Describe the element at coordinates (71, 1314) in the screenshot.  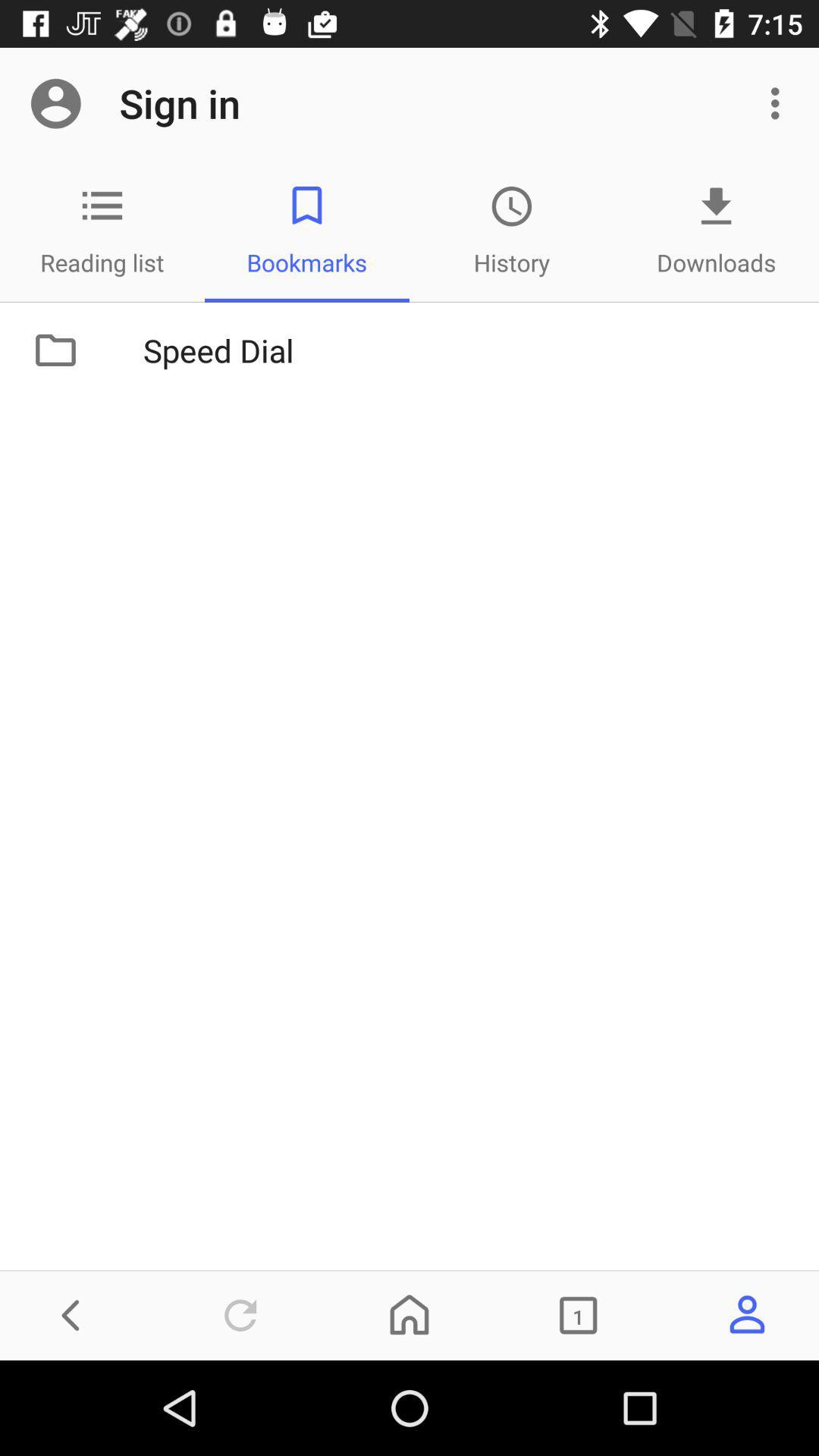
I see `the arrow_backward icon` at that location.